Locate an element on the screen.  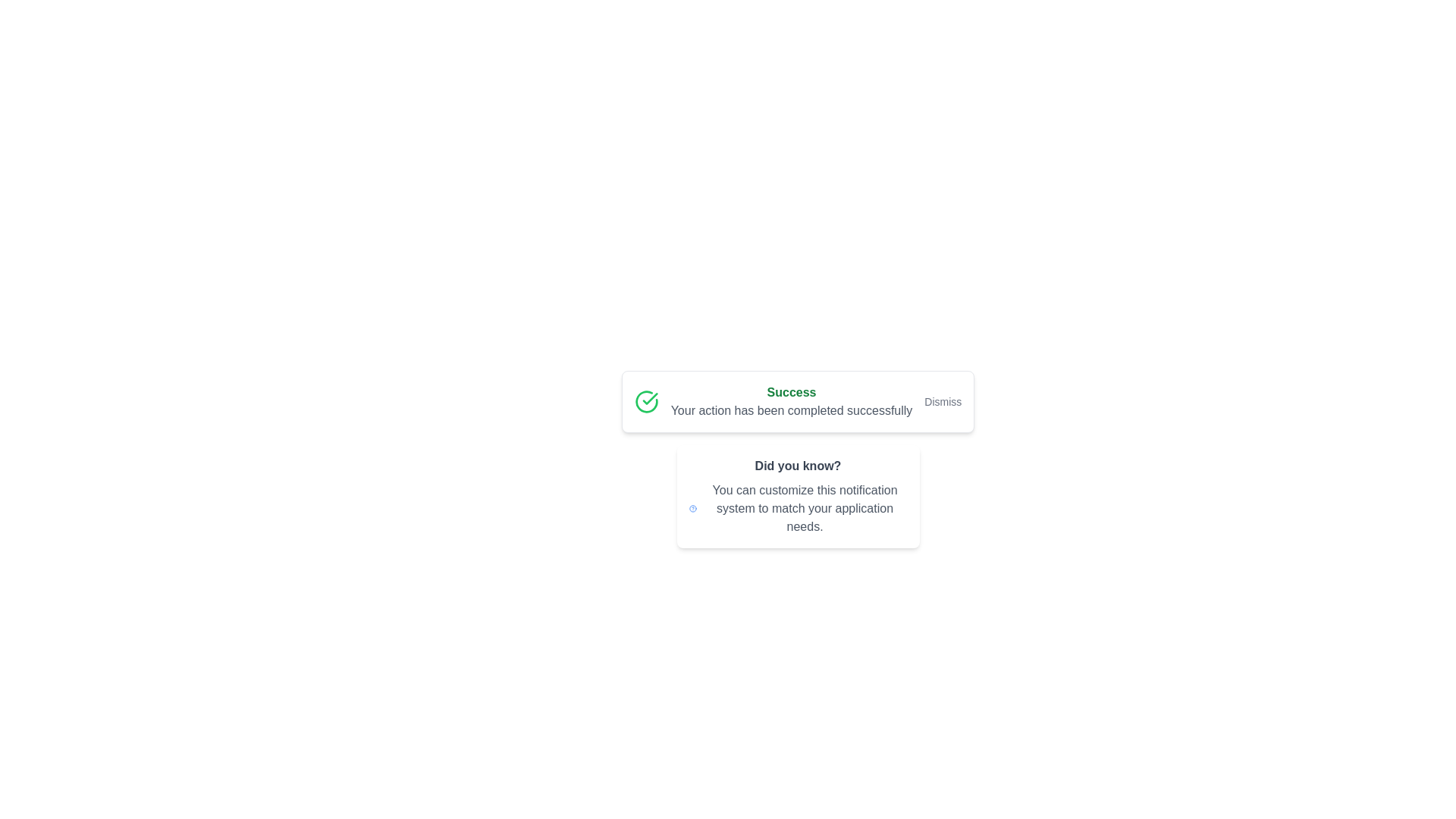
the 'Success' text label, which is a bold green font notification indicating a successful action, located prominently above the message 'Your action has been completed successfully' is located at coordinates (790, 391).